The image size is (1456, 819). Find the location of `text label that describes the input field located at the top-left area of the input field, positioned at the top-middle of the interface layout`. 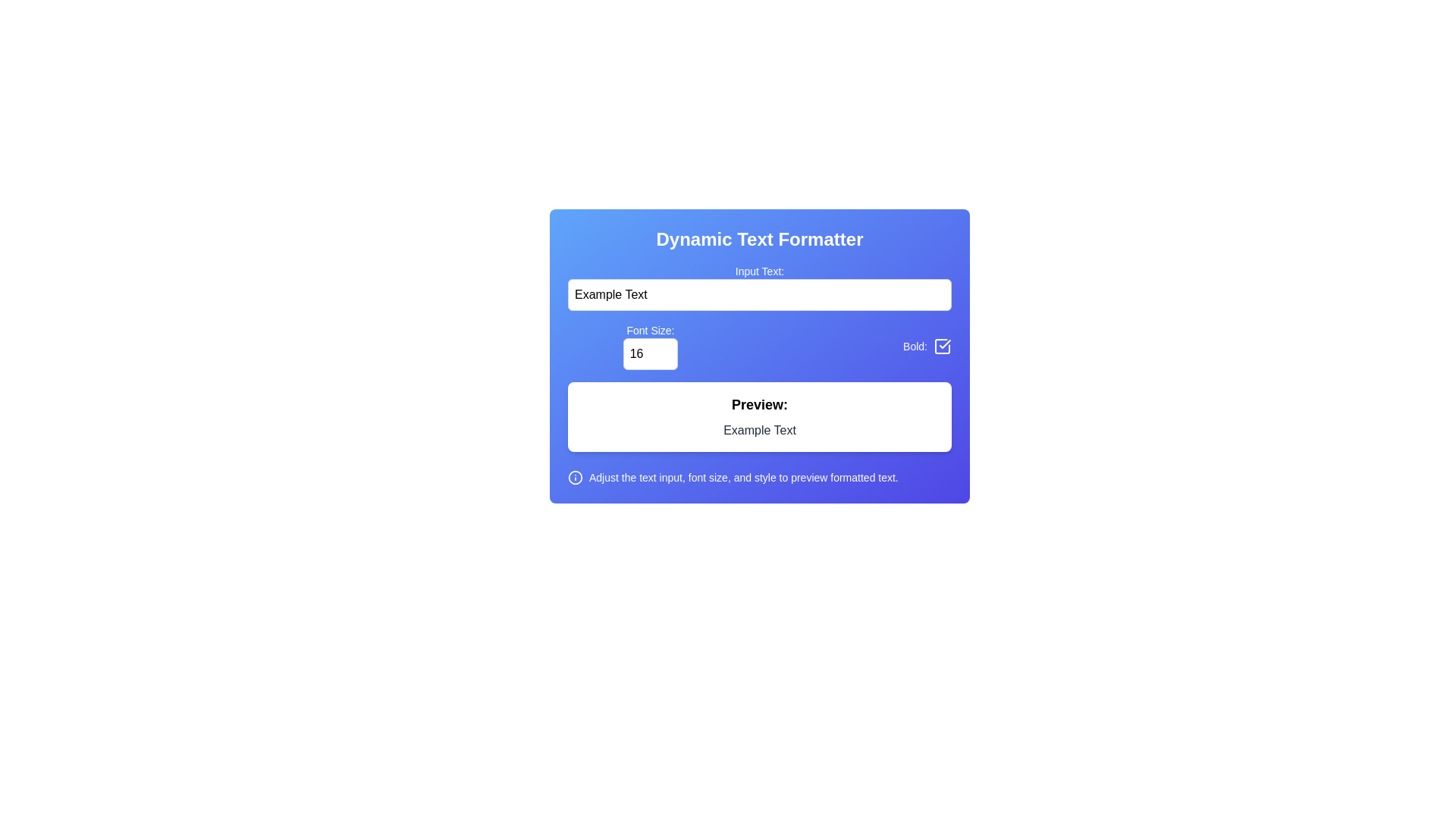

text label that describes the input field located at the top-left area of the input field, positioned at the top-middle of the interface layout is located at coordinates (760, 271).